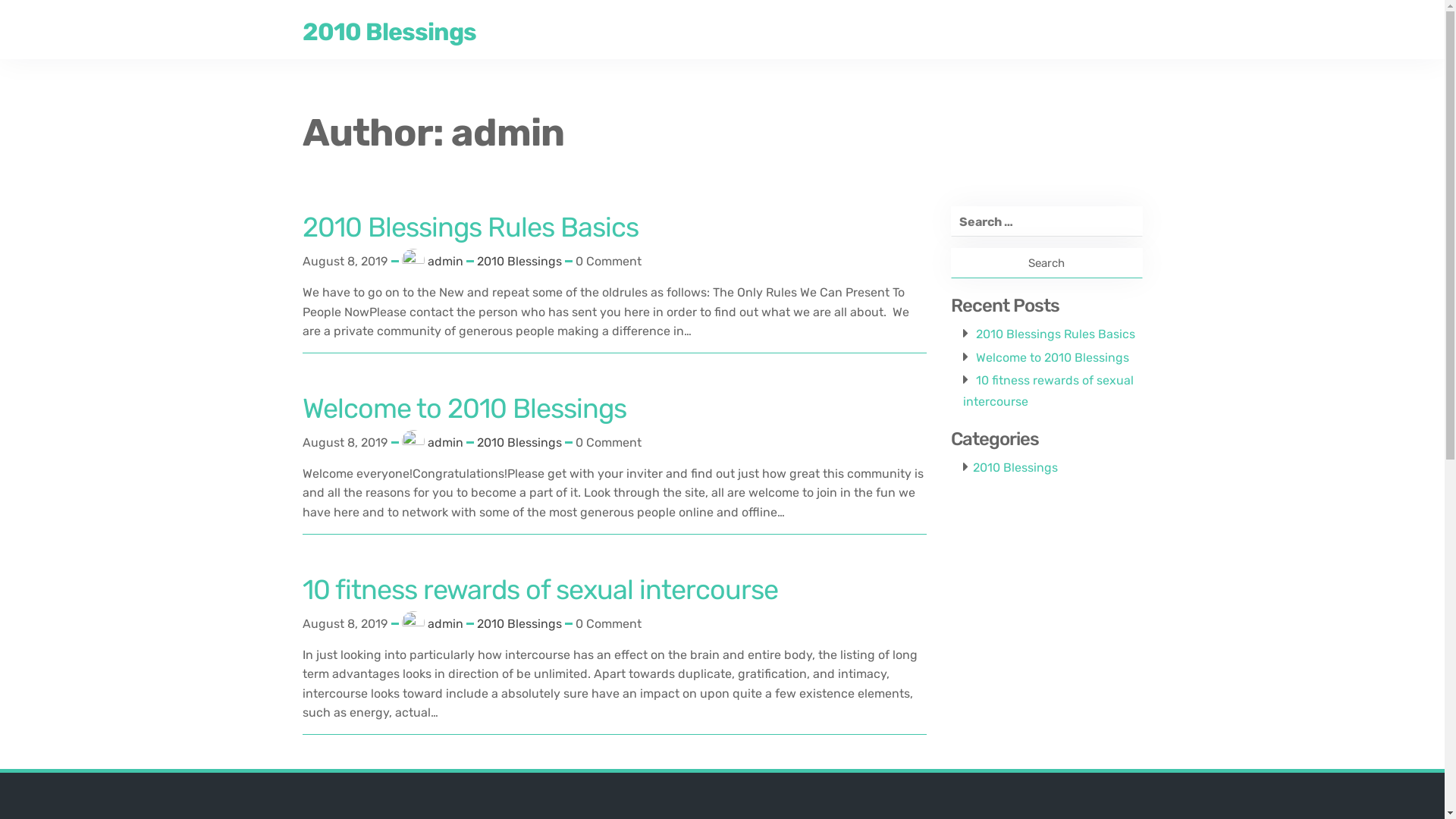 This screenshot has height=819, width=1456. I want to click on '2010 Blessings', so click(388, 32).